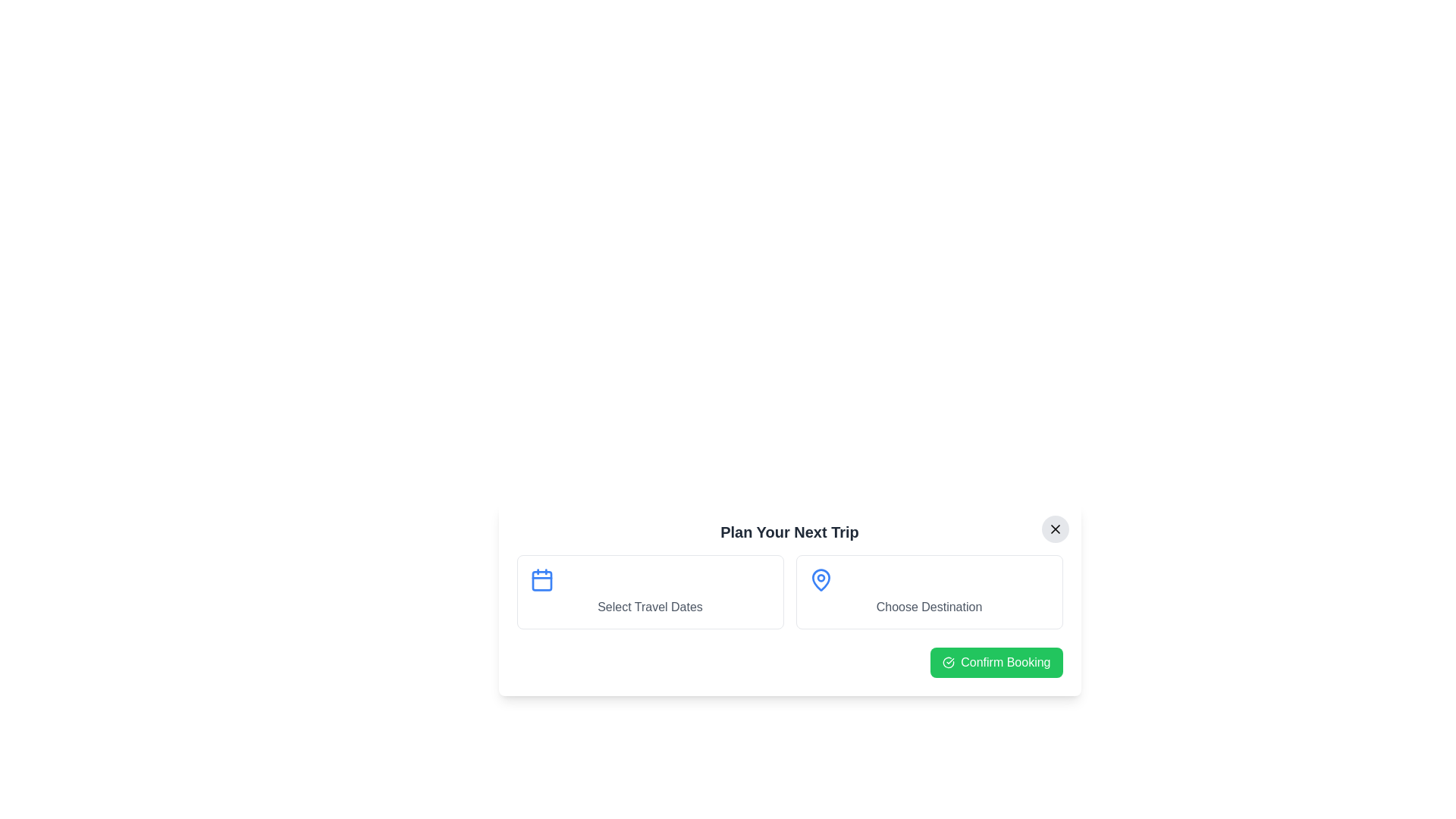 The height and width of the screenshot is (819, 1456). I want to click on the 'Select Travel Dates' card to initiate the date selection, so click(650, 591).